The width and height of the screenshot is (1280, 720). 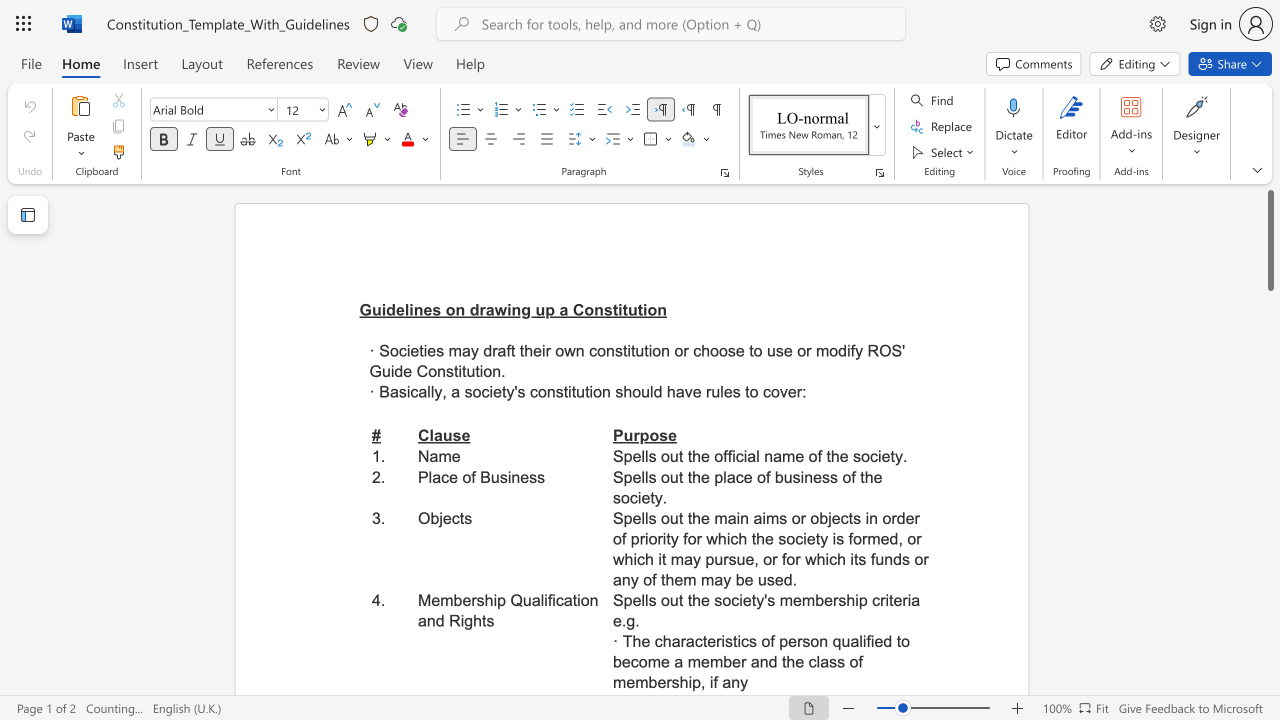 I want to click on the scrollbar to move the page down, so click(x=1269, y=678).